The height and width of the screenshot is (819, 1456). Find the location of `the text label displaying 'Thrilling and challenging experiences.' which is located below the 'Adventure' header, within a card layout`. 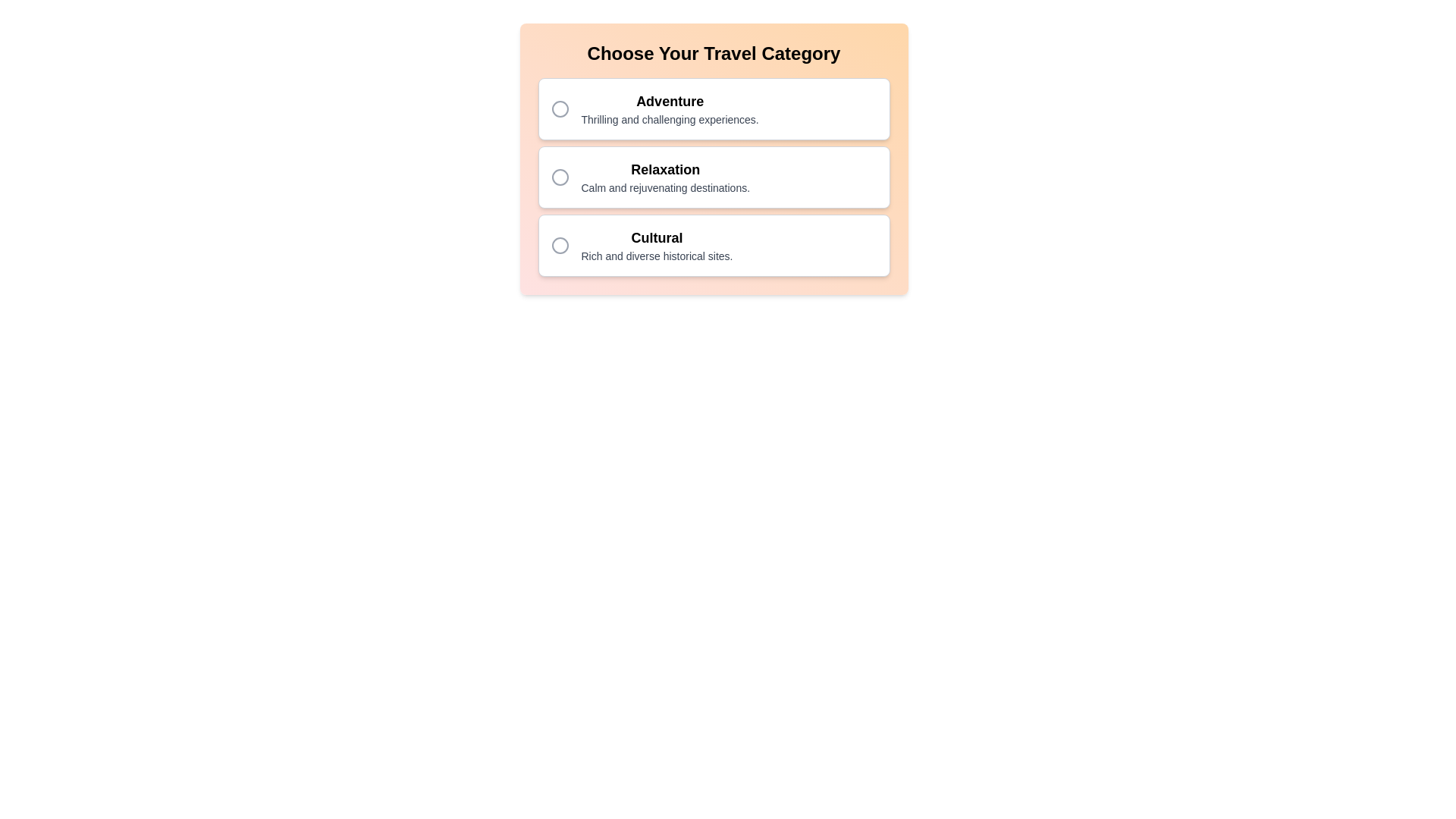

the text label displaying 'Thrilling and challenging experiences.' which is located below the 'Adventure' header, within a card layout is located at coordinates (669, 119).